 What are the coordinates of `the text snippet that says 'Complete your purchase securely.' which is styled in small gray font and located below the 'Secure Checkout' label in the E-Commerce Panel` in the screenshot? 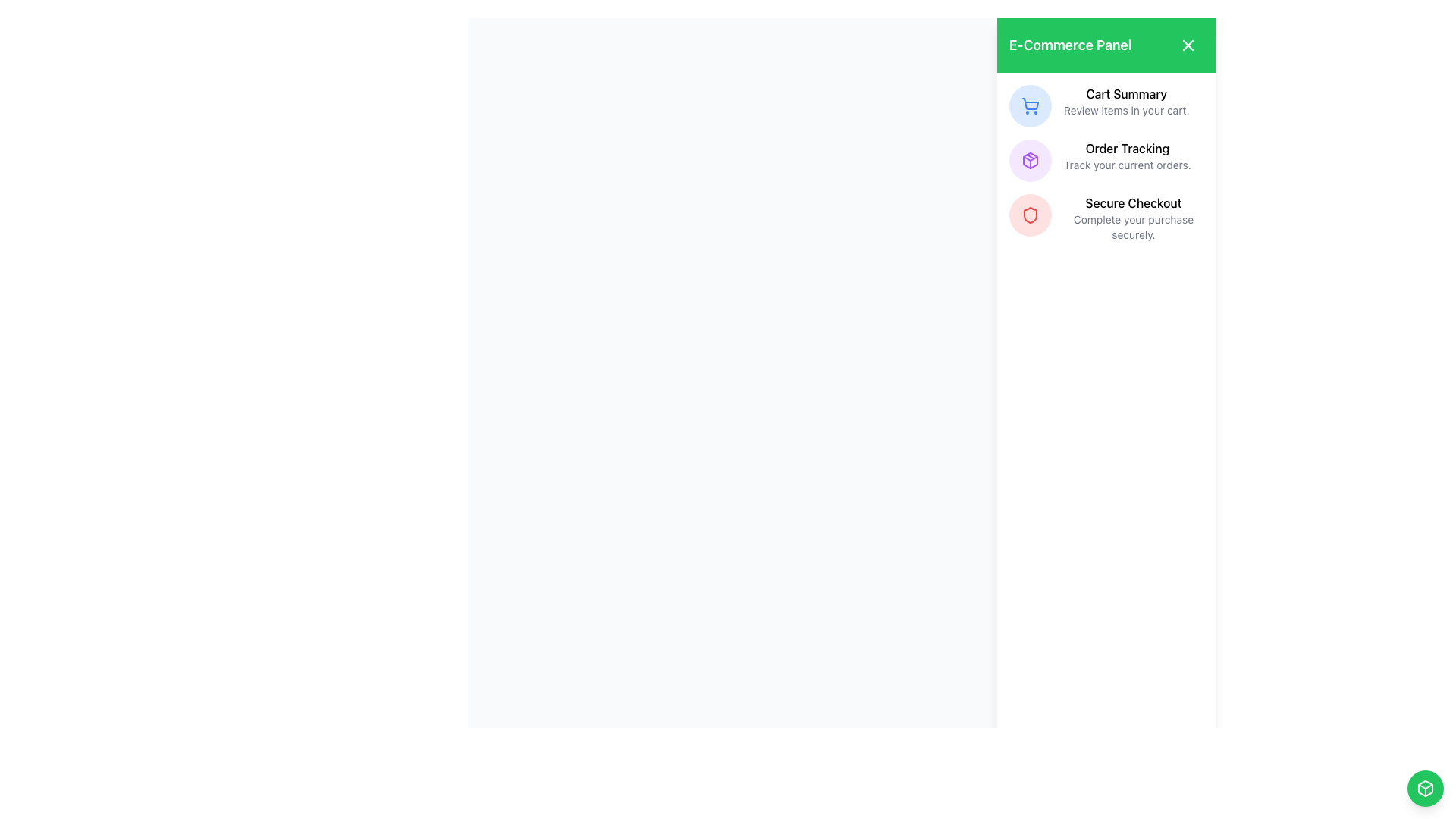 It's located at (1133, 227).